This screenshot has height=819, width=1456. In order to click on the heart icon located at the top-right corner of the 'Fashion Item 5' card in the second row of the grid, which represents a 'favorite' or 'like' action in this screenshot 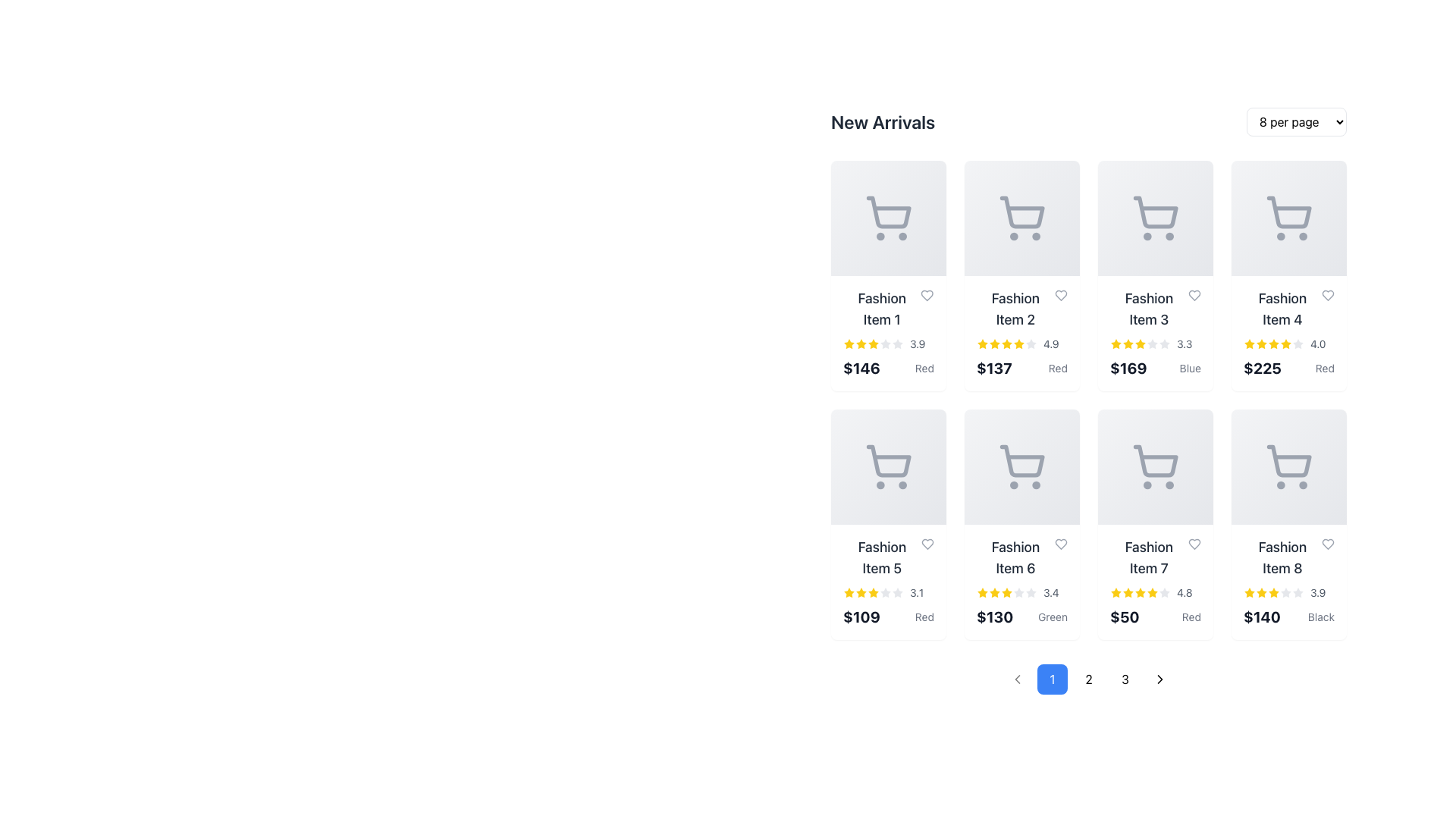, I will do `click(927, 543)`.